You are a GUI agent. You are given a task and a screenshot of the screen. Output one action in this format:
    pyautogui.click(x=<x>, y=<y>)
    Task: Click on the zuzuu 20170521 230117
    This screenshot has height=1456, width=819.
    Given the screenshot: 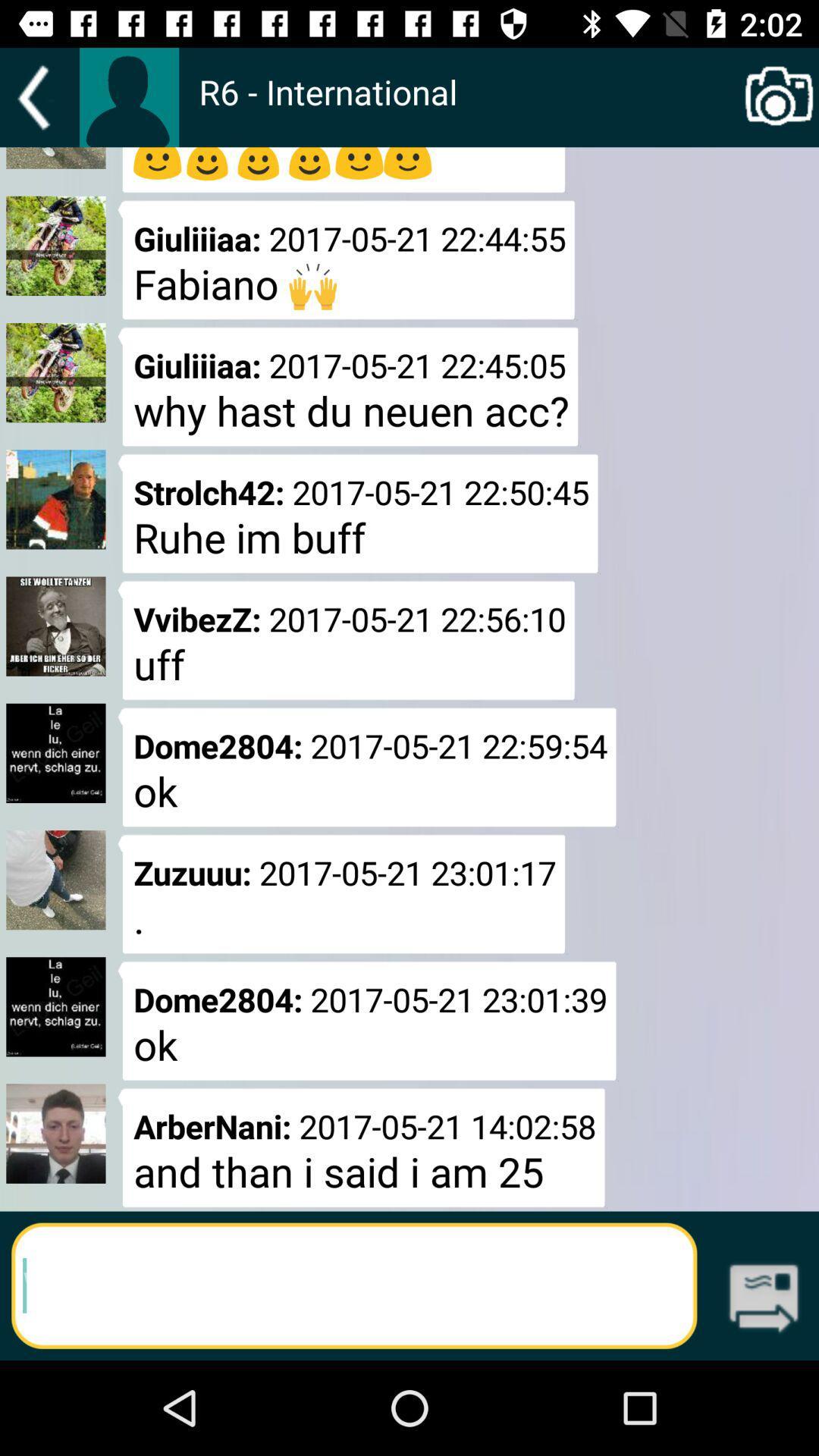 What is the action you would take?
    pyautogui.click(x=342, y=894)
    